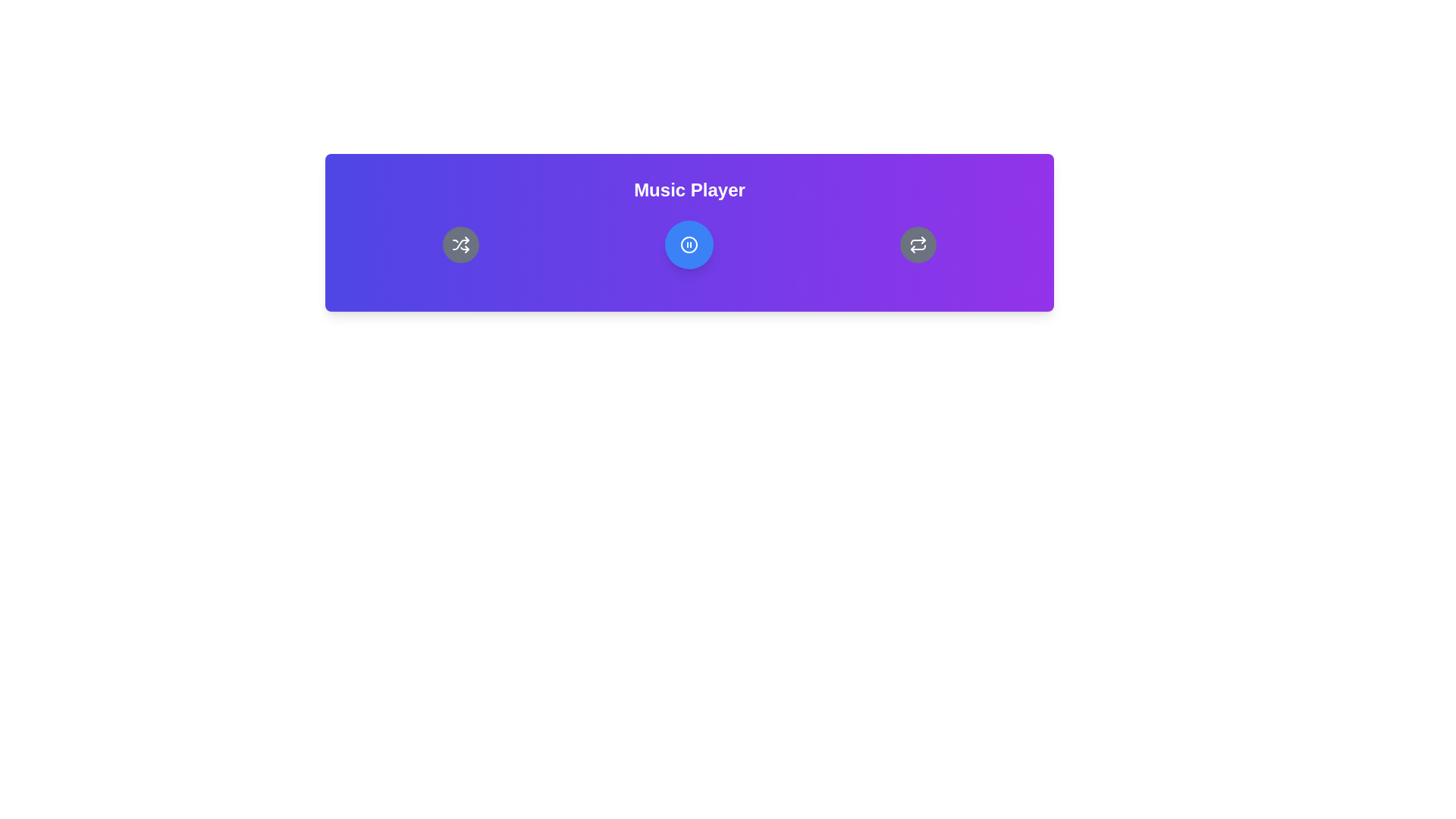 This screenshot has width=1456, height=819. What do you see at coordinates (918, 244) in the screenshot?
I see `the repeat icon button, which is styled as two arrows forming a loop, located on the right-hand side of the 'Music Player' horizontal bar` at bounding box center [918, 244].